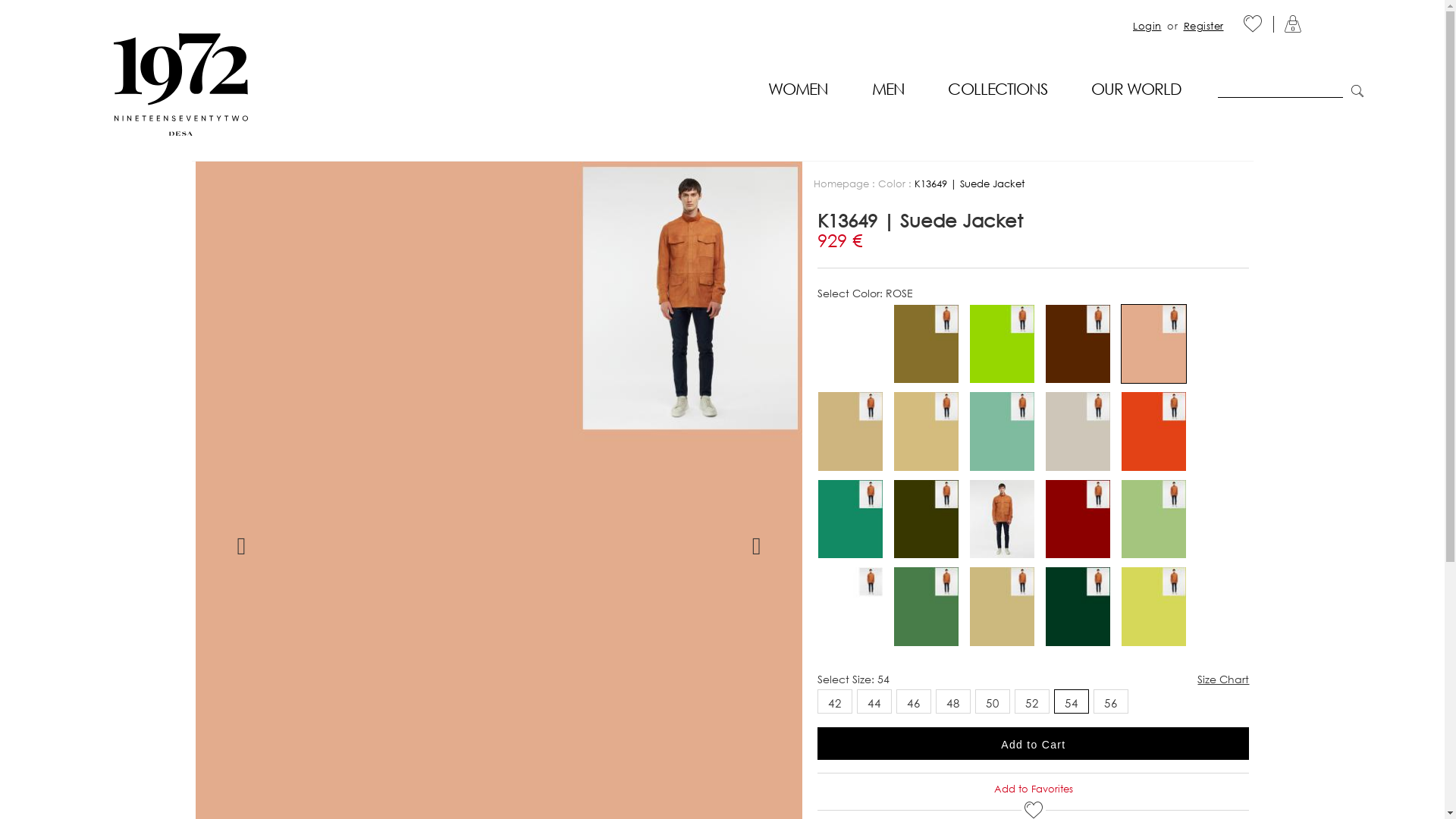 The height and width of the screenshot is (819, 1456). Describe the element at coordinates (1032, 742) in the screenshot. I see `'Add to Cart'` at that location.